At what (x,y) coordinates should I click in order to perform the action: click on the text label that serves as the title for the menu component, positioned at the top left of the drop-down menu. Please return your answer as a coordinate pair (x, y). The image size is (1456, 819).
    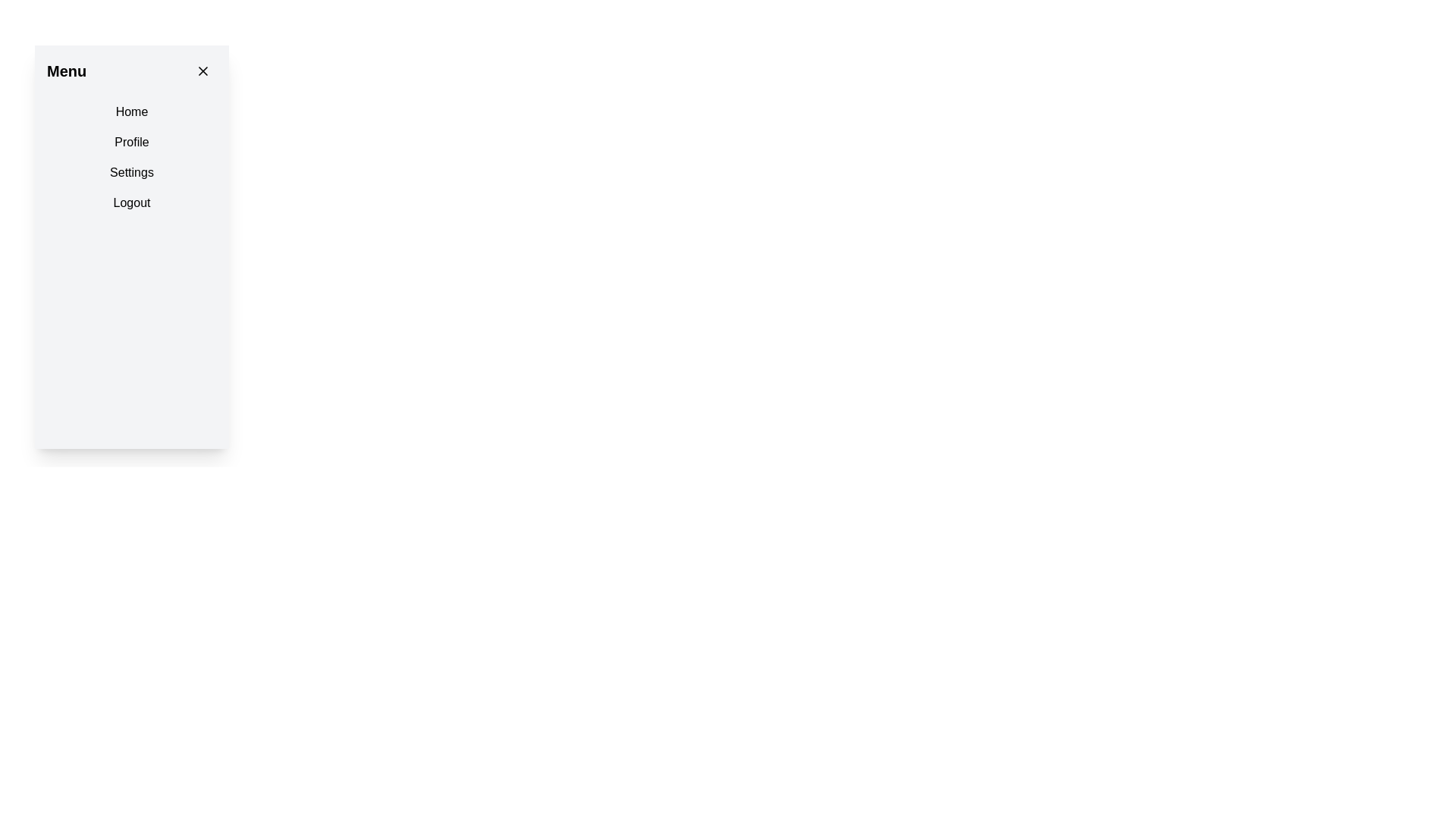
    Looking at the image, I should click on (66, 71).